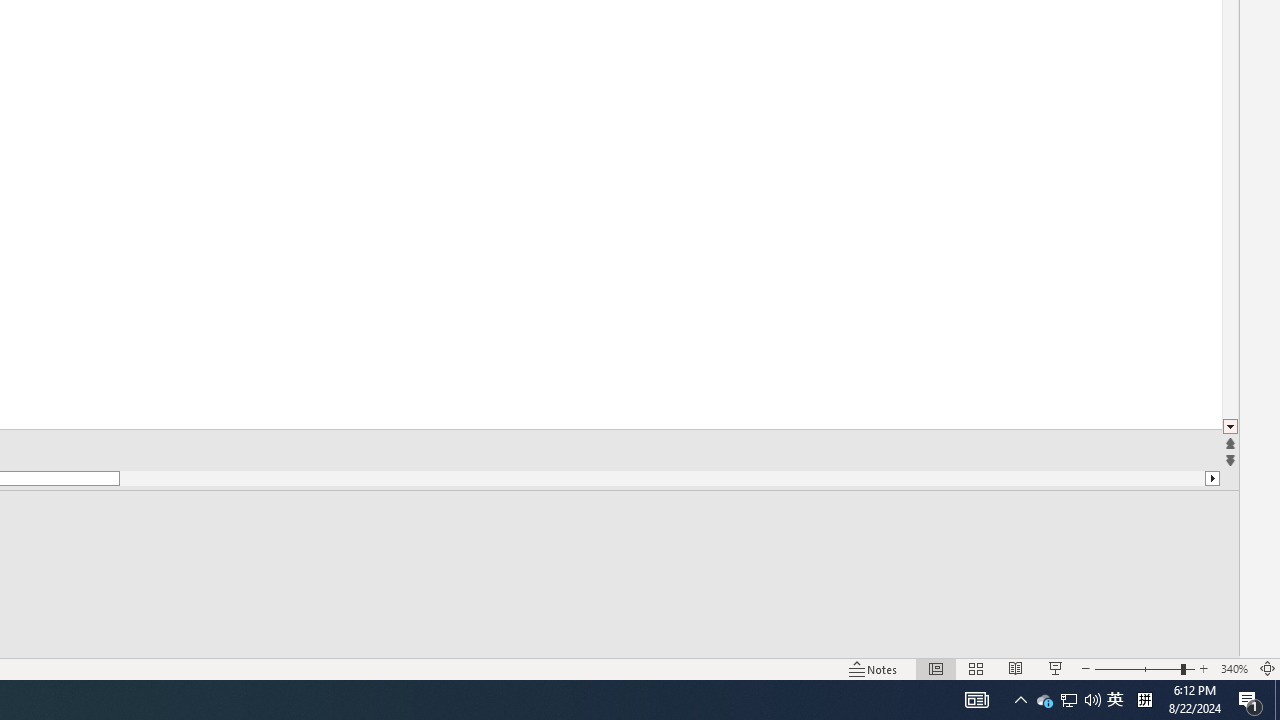 The image size is (1280, 720). I want to click on 'Zoom 340%', so click(1233, 669).